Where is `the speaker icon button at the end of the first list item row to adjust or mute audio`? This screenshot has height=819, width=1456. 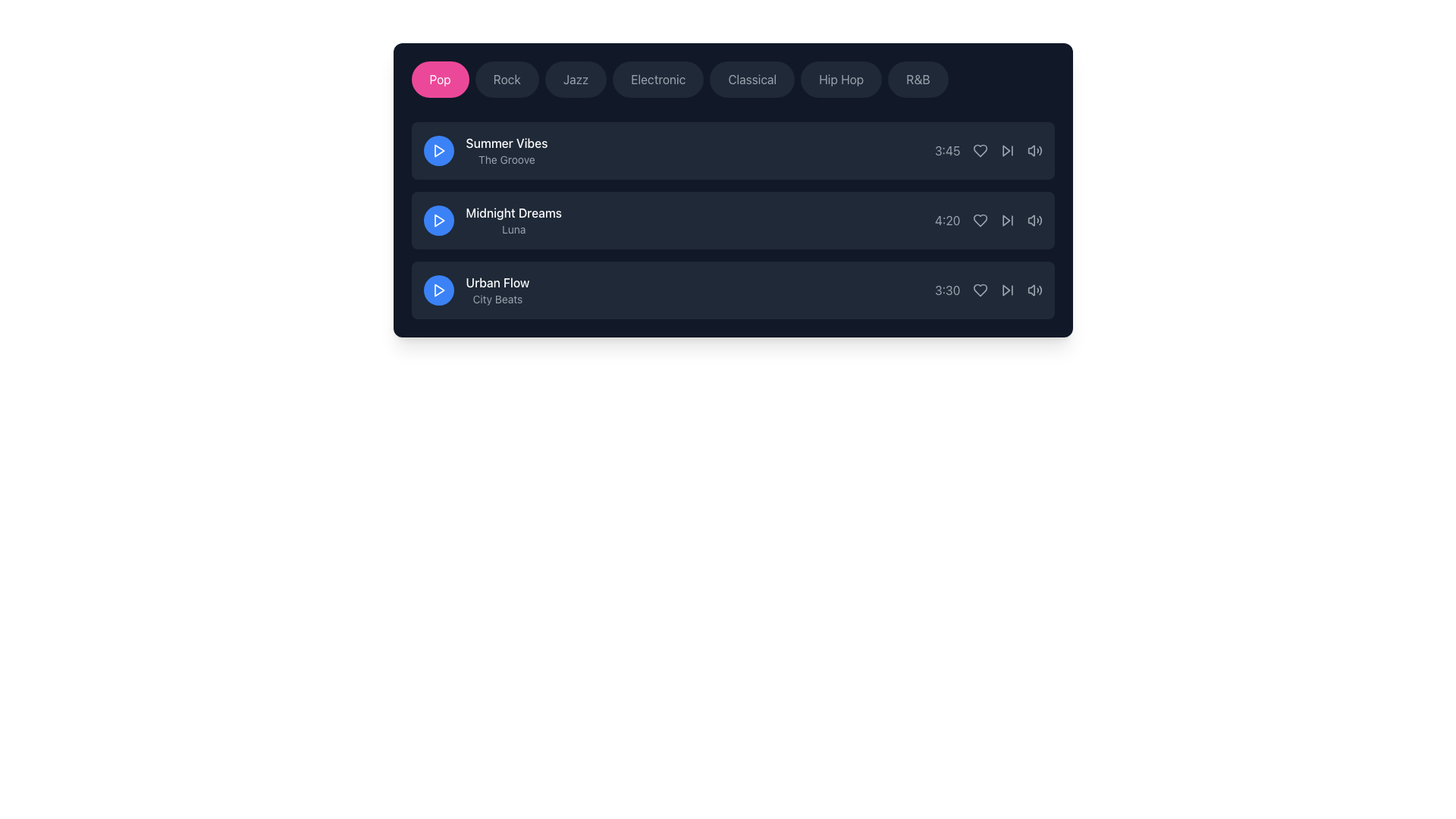
the speaker icon button at the end of the first list item row to adjust or mute audio is located at coordinates (1034, 151).